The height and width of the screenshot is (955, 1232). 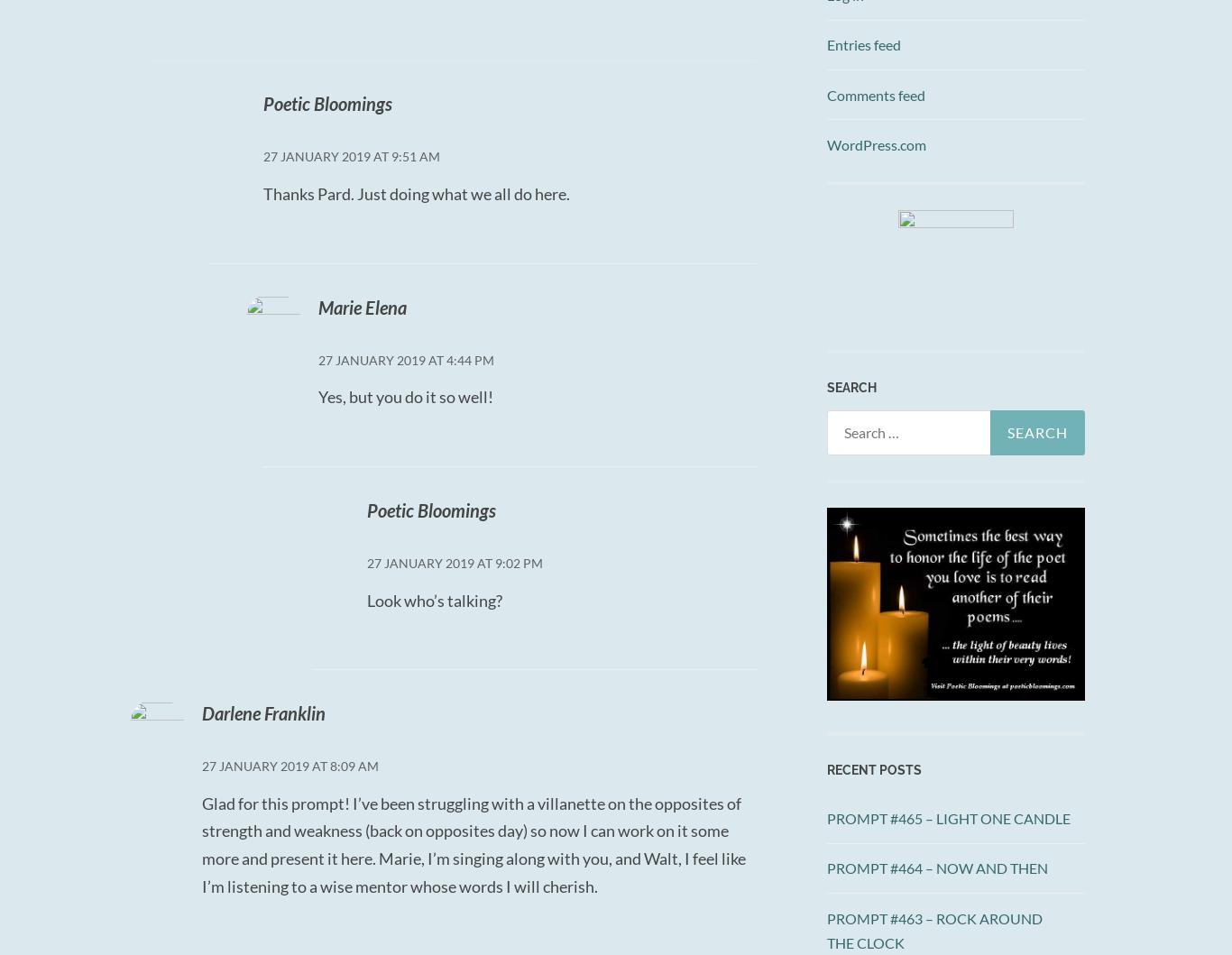 I want to click on '27 January 2019 at 4:44 PM', so click(x=404, y=358).